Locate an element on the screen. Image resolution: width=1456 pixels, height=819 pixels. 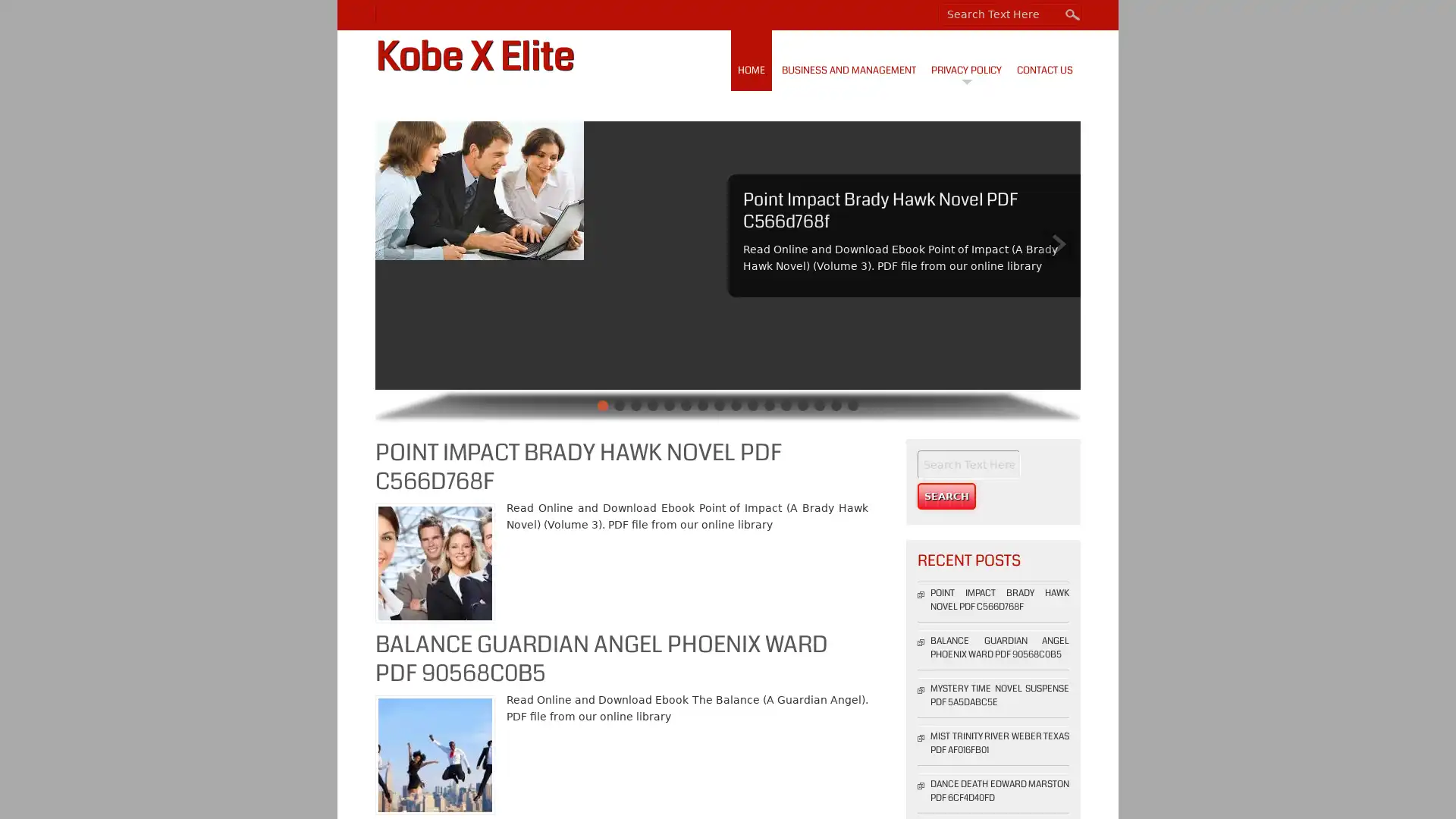
Search is located at coordinates (946, 496).